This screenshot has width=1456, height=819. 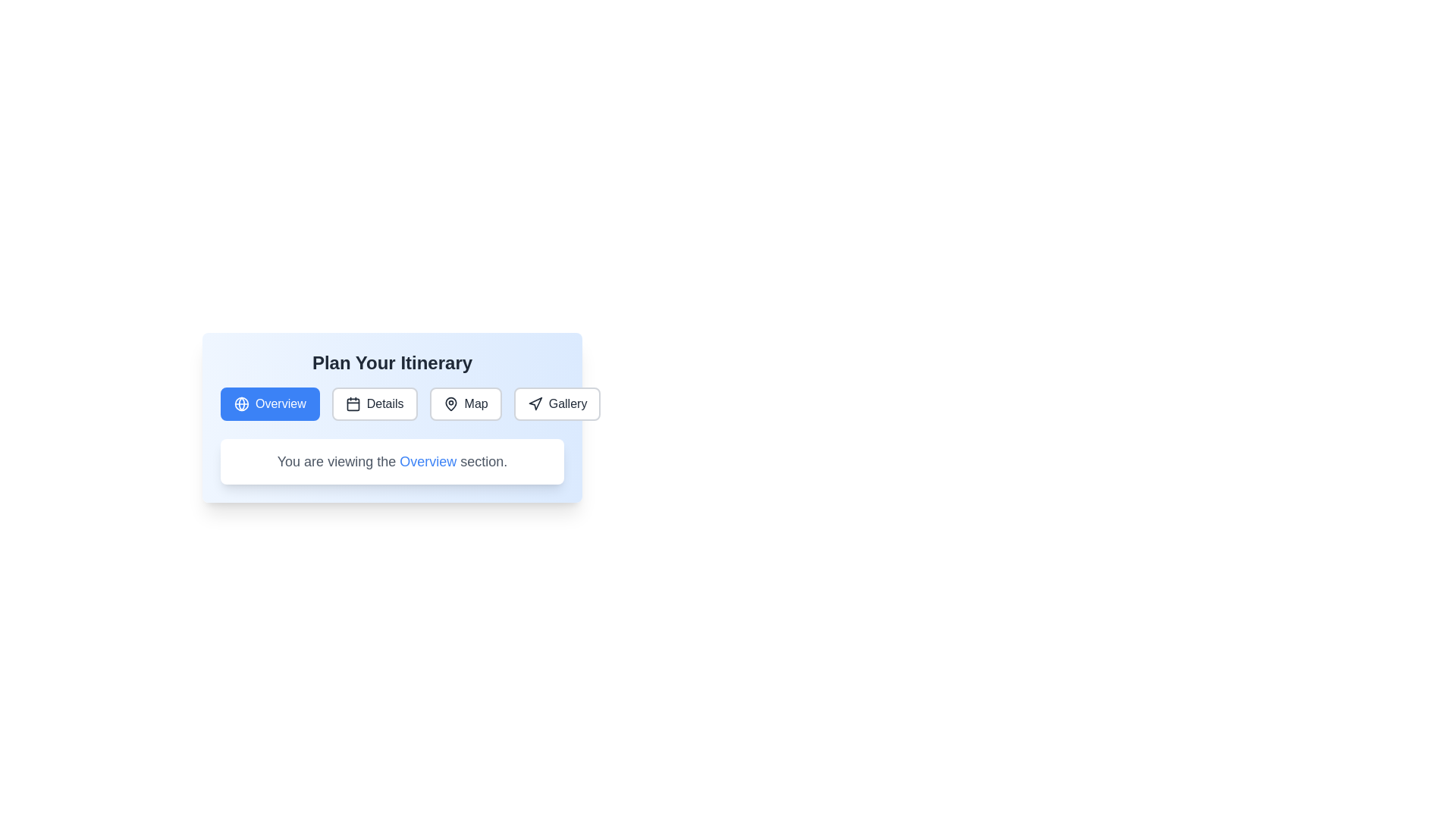 I want to click on the navigation pointer icon within the 'Gallery' button, which is the last button in the horizontal group under the 'Plan Your Itinerary' header, so click(x=535, y=403).